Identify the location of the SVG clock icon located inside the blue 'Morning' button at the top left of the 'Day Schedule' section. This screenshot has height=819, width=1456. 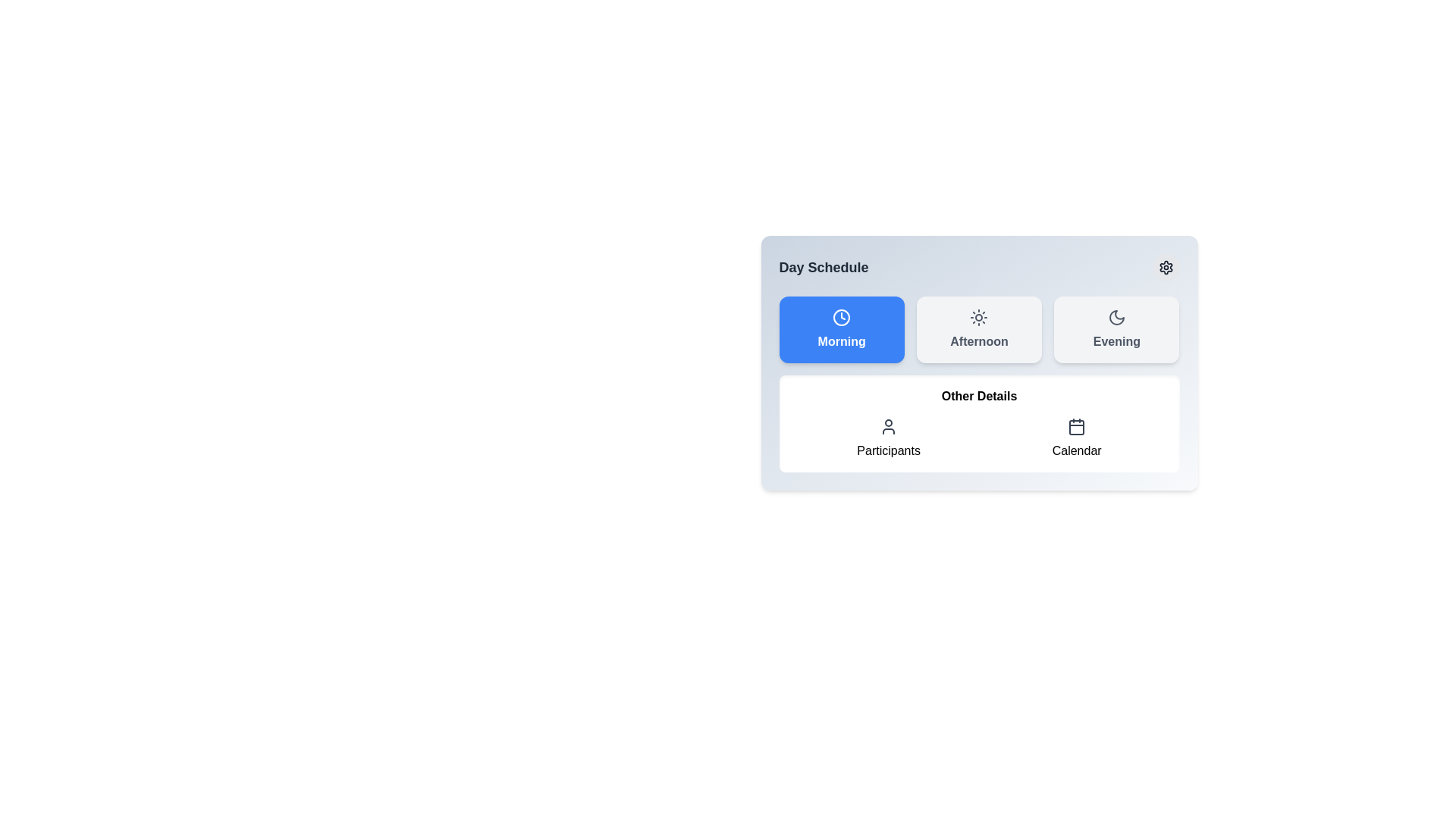
(840, 317).